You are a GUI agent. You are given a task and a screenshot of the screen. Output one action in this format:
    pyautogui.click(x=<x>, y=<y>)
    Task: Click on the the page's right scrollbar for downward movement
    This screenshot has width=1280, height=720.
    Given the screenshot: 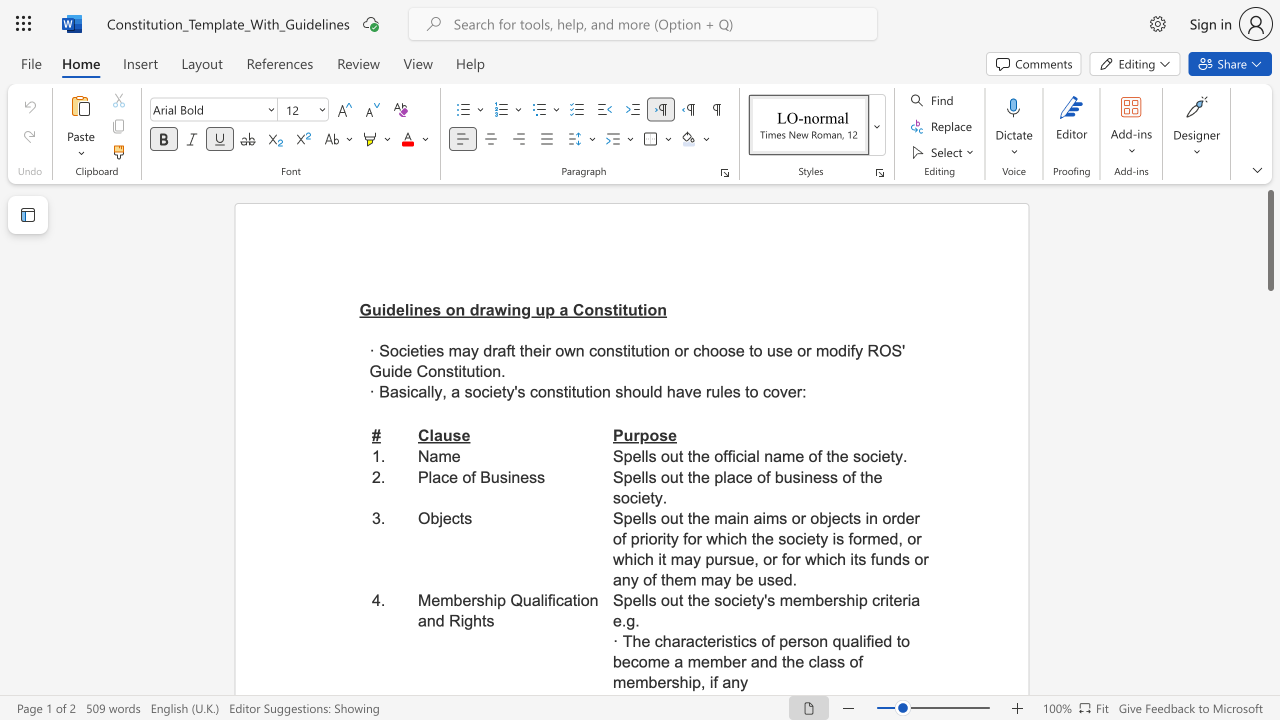 What is the action you would take?
    pyautogui.click(x=1269, y=360)
    